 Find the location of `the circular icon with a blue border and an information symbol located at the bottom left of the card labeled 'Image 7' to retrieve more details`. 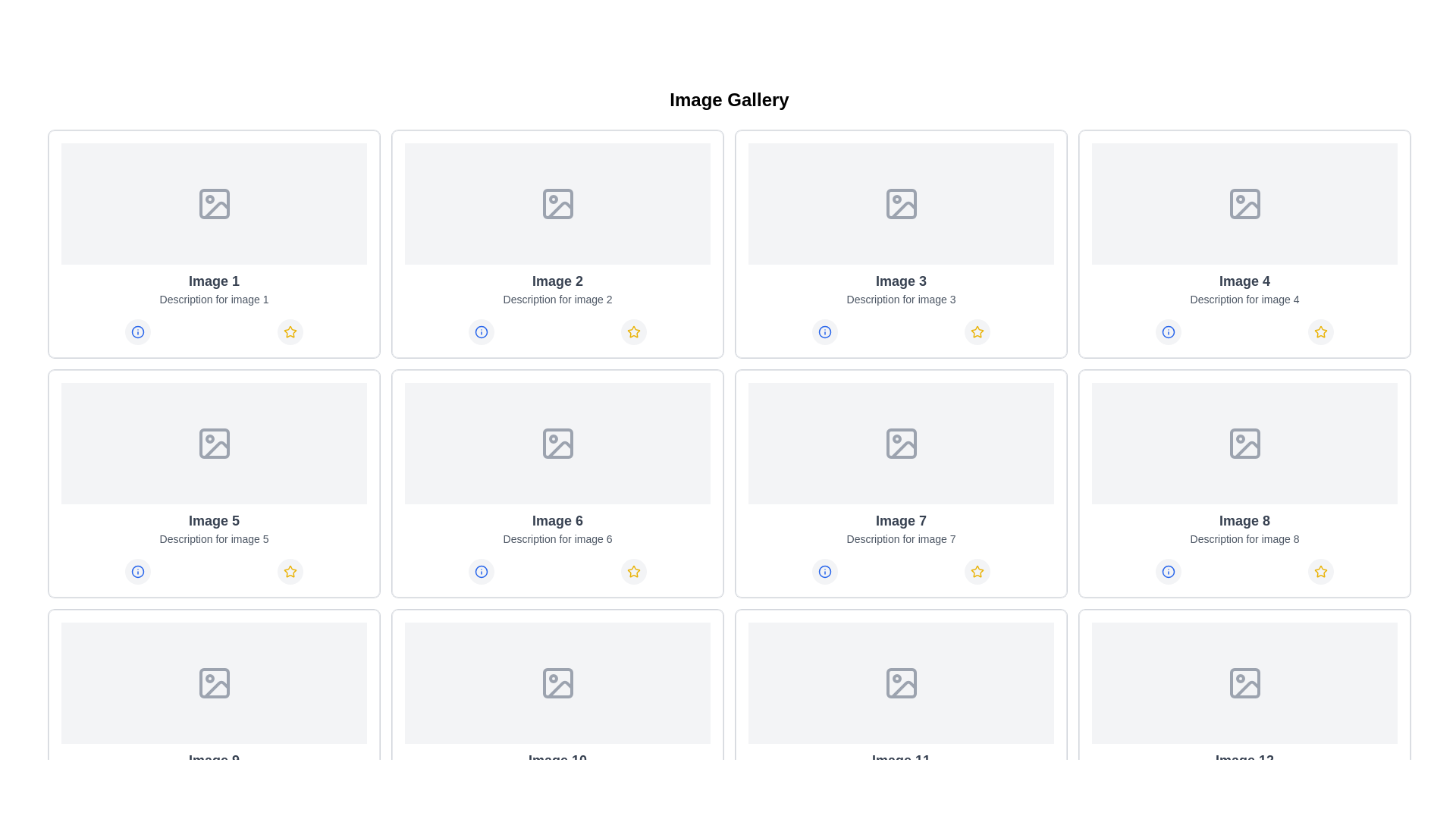

the circular icon with a blue border and an information symbol located at the bottom left of the card labeled 'Image 7' to retrieve more details is located at coordinates (824, 571).